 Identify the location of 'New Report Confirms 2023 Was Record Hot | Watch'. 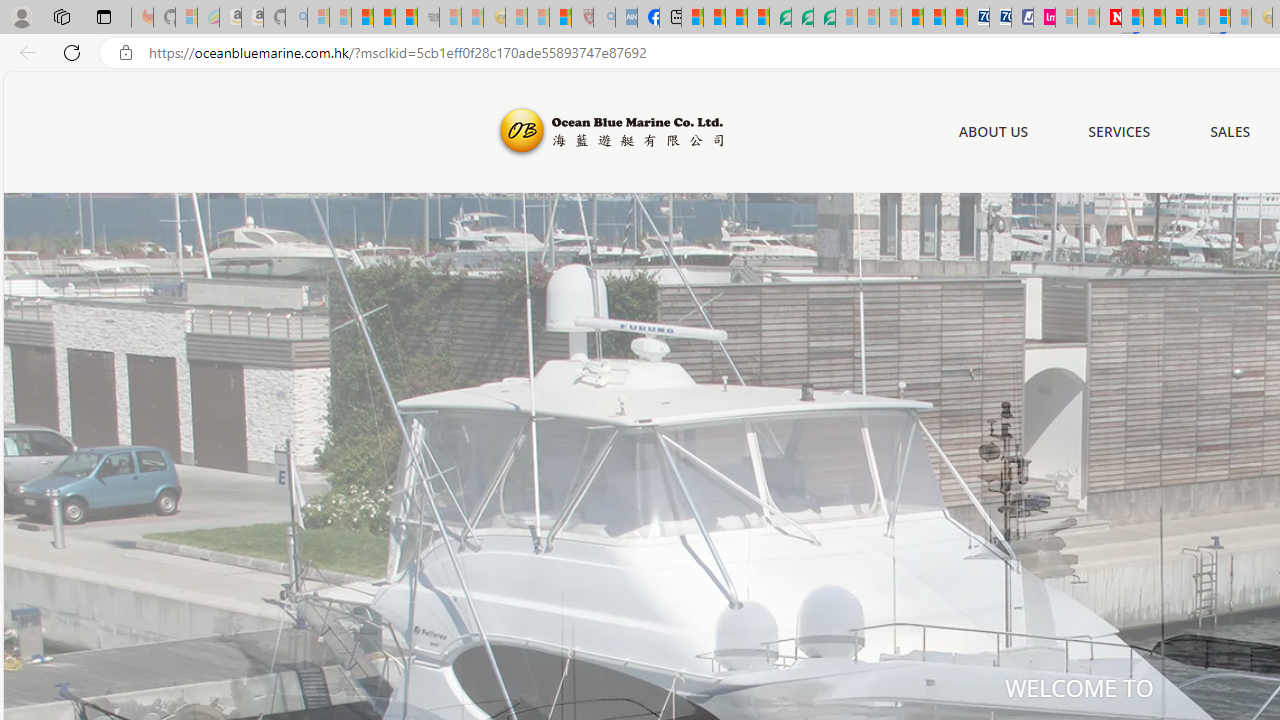
(405, 17).